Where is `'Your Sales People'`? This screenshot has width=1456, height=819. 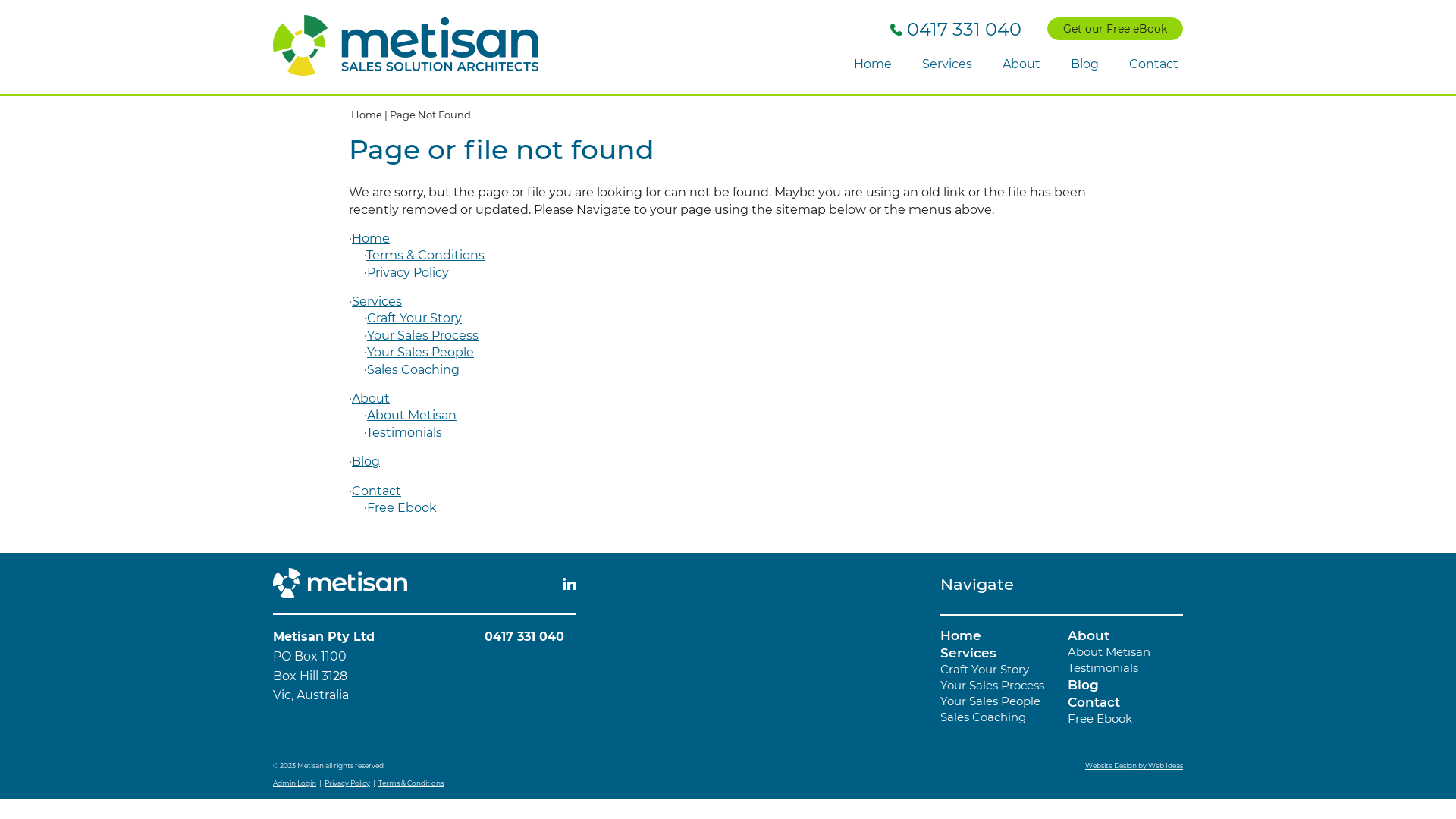
'Your Sales People' is located at coordinates (367, 352).